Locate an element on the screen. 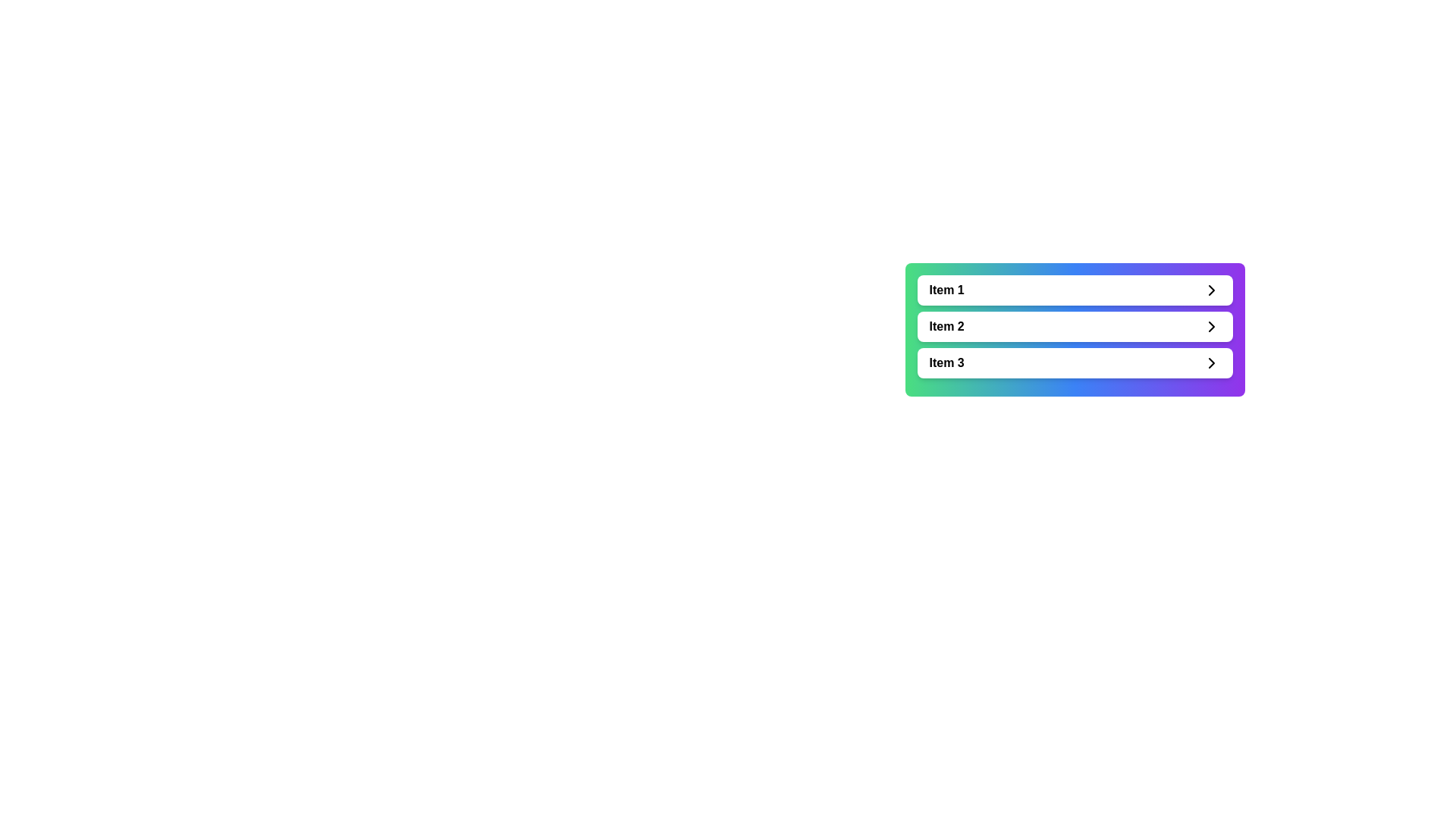 This screenshot has width=1456, height=819. the directional indicator icon located at the right-most position of the 'Item 3' entry is located at coordinates (1210, 362).